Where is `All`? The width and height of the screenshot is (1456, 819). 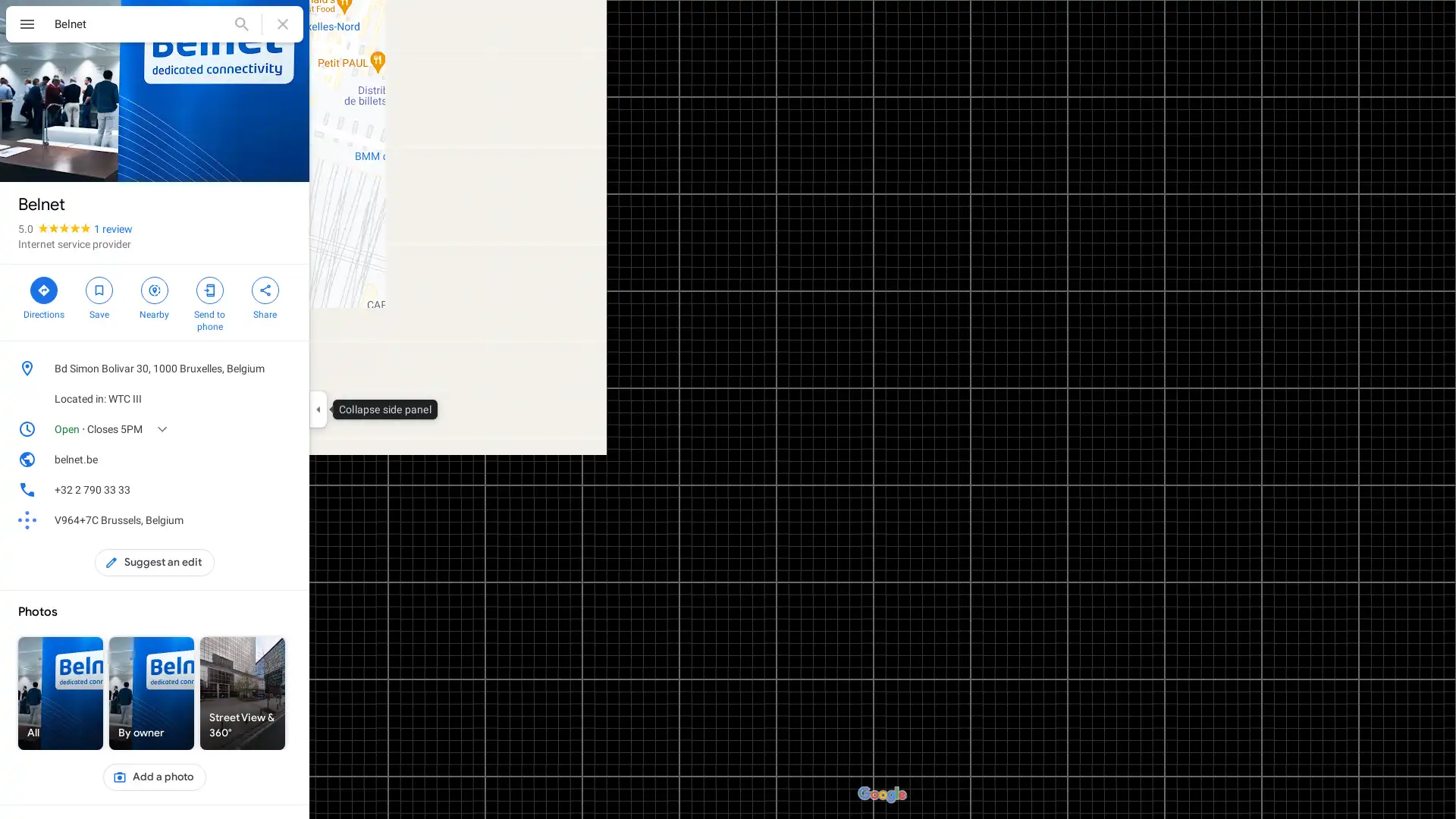 All is located at coordinates (61, 693).